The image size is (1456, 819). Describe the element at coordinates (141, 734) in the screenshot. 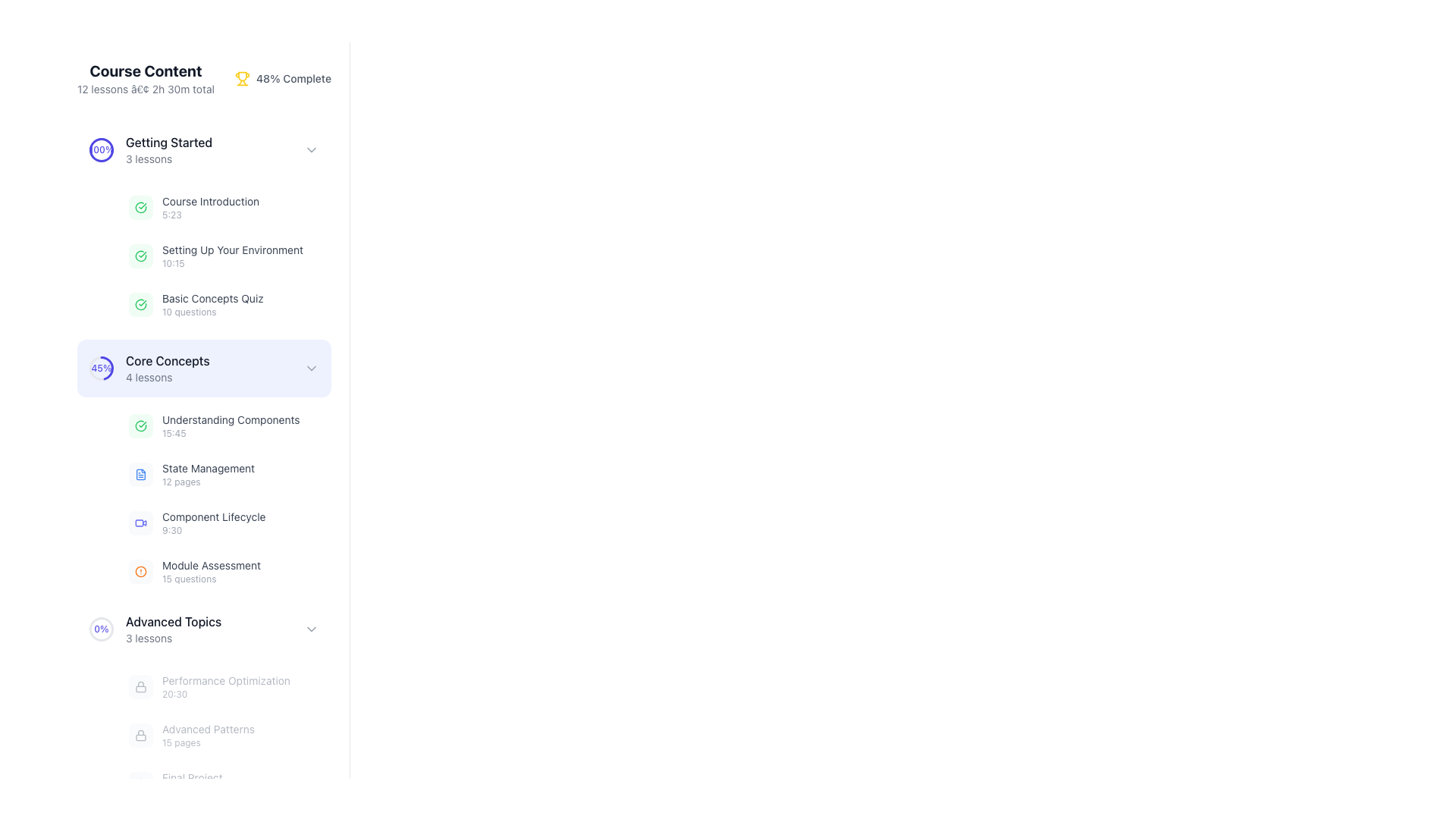

I see `the lock icon with a gray stroke-based outline located in the Advanced Topics section under Performance Optimization` at that location.